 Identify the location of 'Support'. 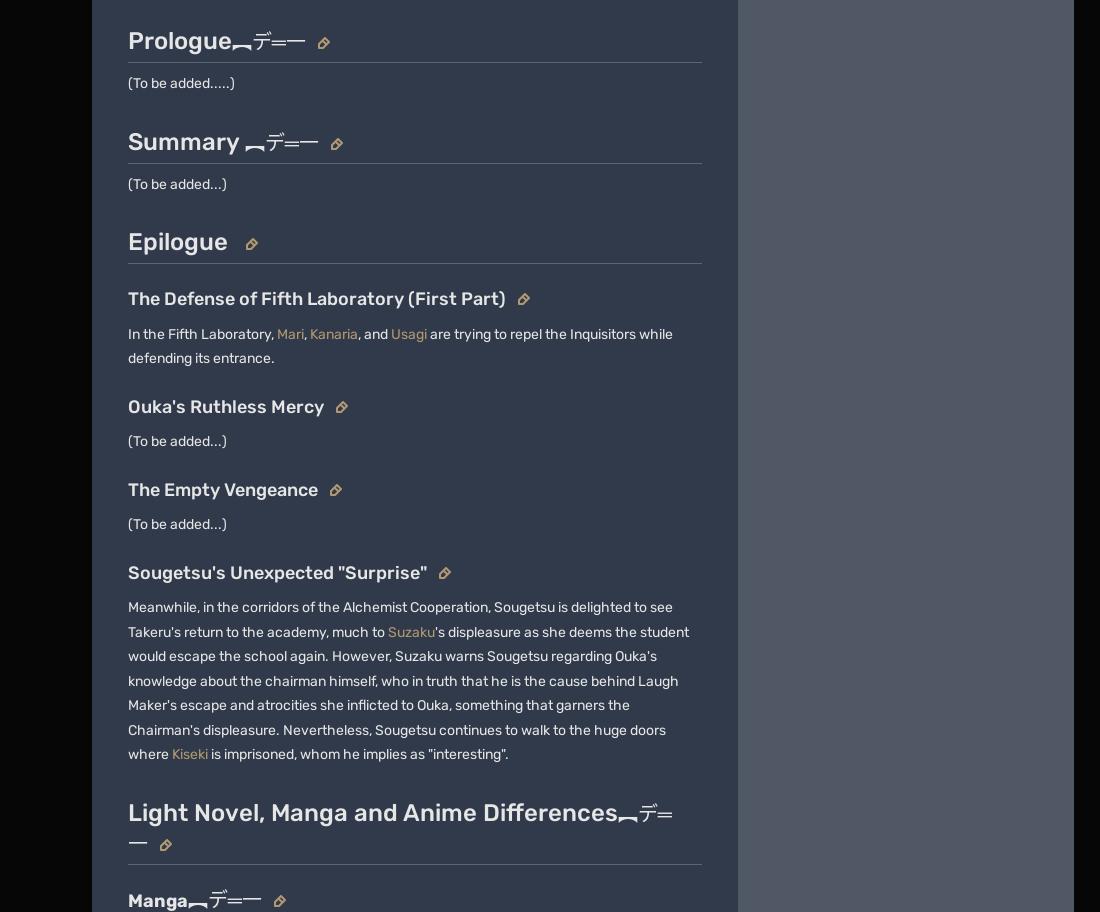
(617, 324).